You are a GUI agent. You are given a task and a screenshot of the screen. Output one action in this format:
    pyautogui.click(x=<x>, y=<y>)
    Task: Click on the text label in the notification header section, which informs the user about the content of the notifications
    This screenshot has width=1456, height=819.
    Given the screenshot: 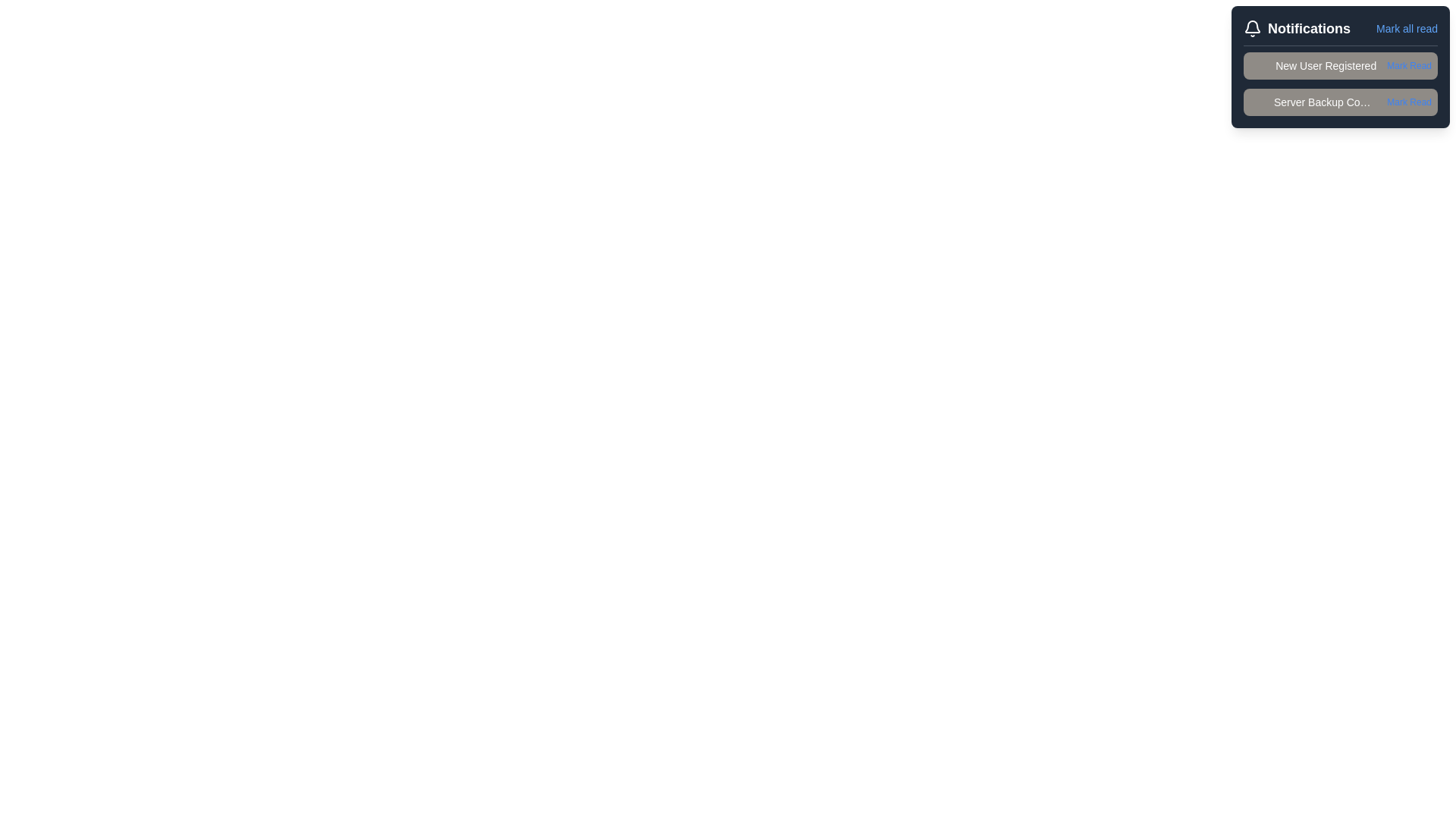 What is the action you would take?
    pyautogui.click(x=1308, y=29)
    